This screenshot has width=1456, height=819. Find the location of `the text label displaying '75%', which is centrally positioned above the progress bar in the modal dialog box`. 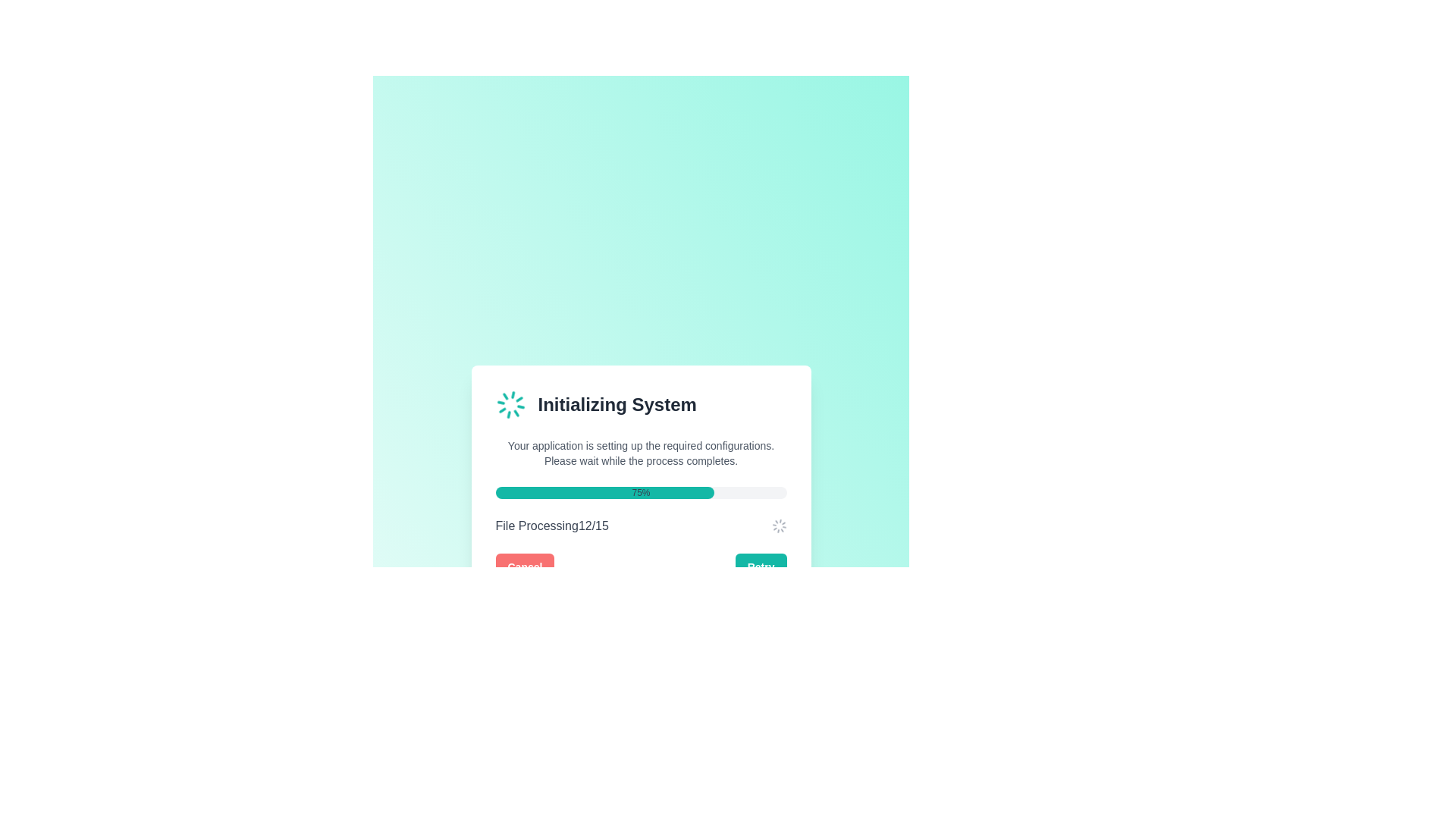

the text label displaying '75%', which is centrally positioned above the progress bar in the modal dialog box is located at coordinates (641, 493).